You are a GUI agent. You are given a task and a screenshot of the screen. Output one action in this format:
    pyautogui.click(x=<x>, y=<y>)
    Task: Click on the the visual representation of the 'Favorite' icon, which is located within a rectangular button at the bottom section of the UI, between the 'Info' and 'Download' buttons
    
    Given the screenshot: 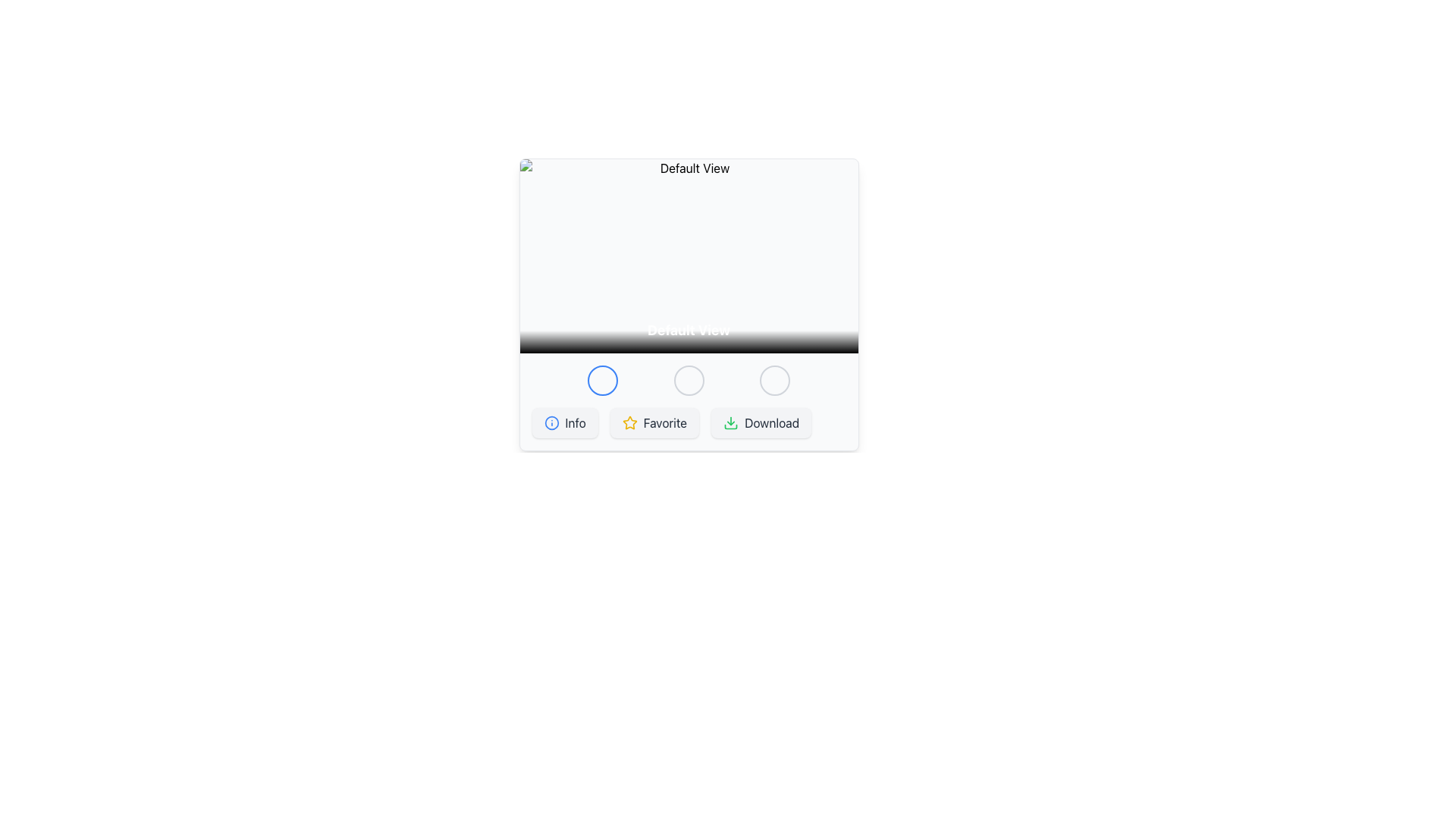 What is the action you would take?
    pyautogui.click(x=629, y=423)
    